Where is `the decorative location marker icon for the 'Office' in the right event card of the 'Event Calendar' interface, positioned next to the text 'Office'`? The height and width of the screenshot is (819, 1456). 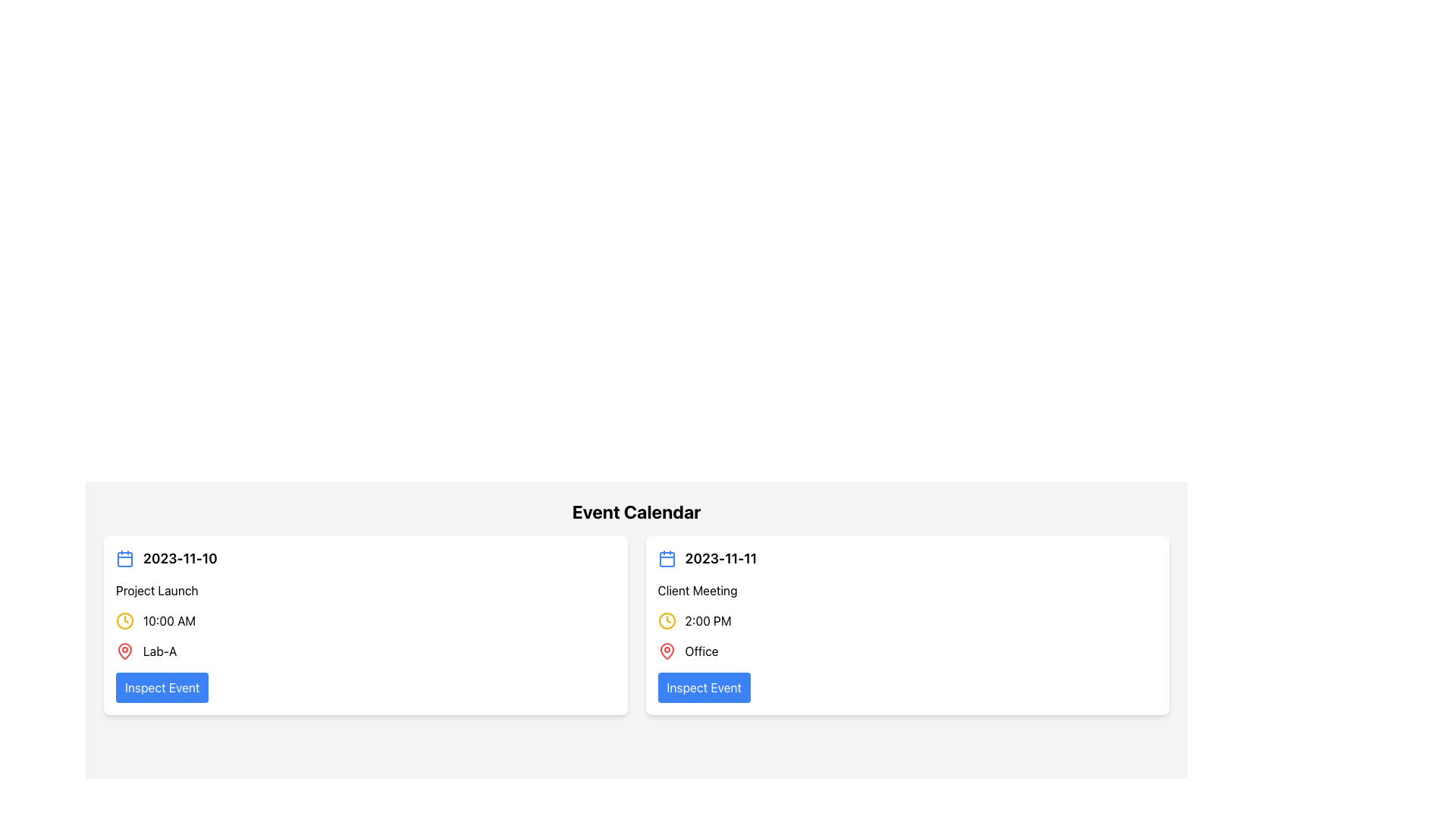
the decorative location marker icon for the 'Office' in the right event card of the 'Event Calendar' interface, positioned next to the text 'Office' is located at coordinates (667, 651).